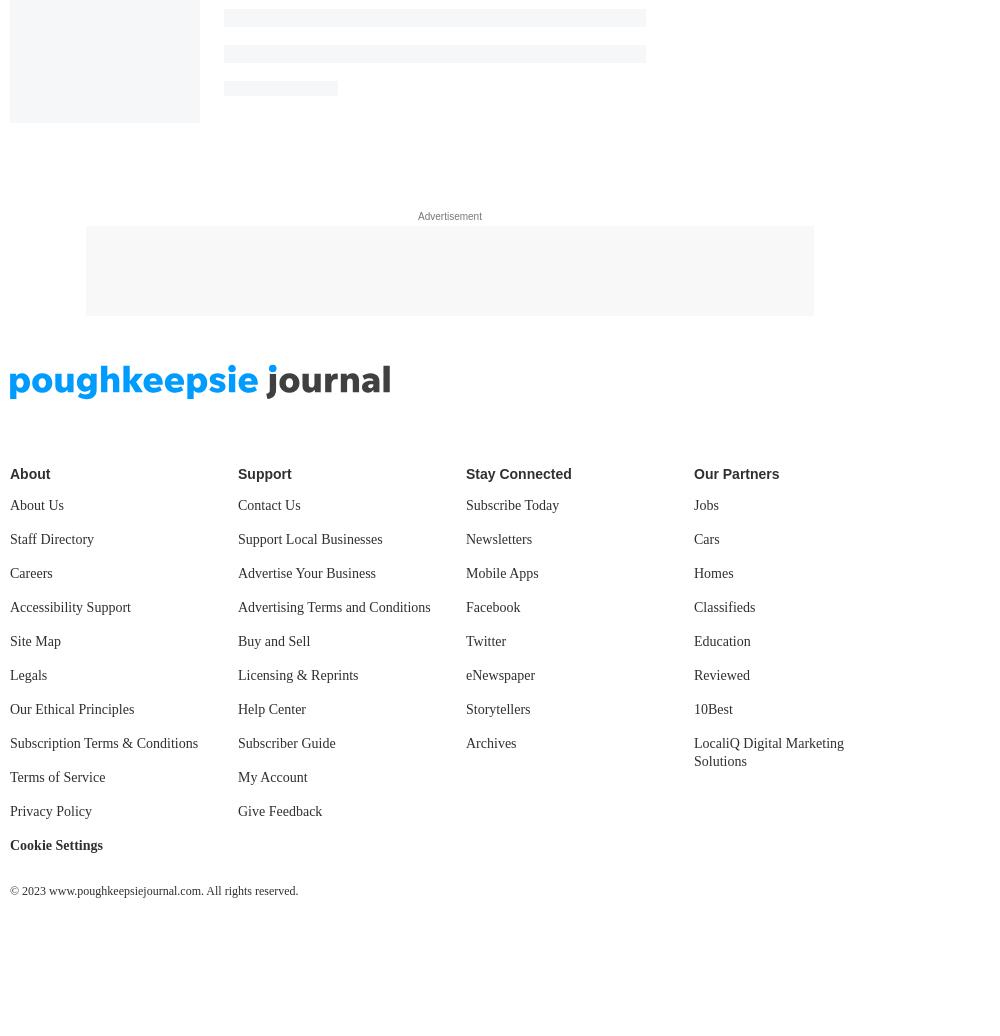  I want to click on 'Classifieds', so click(693, 606).